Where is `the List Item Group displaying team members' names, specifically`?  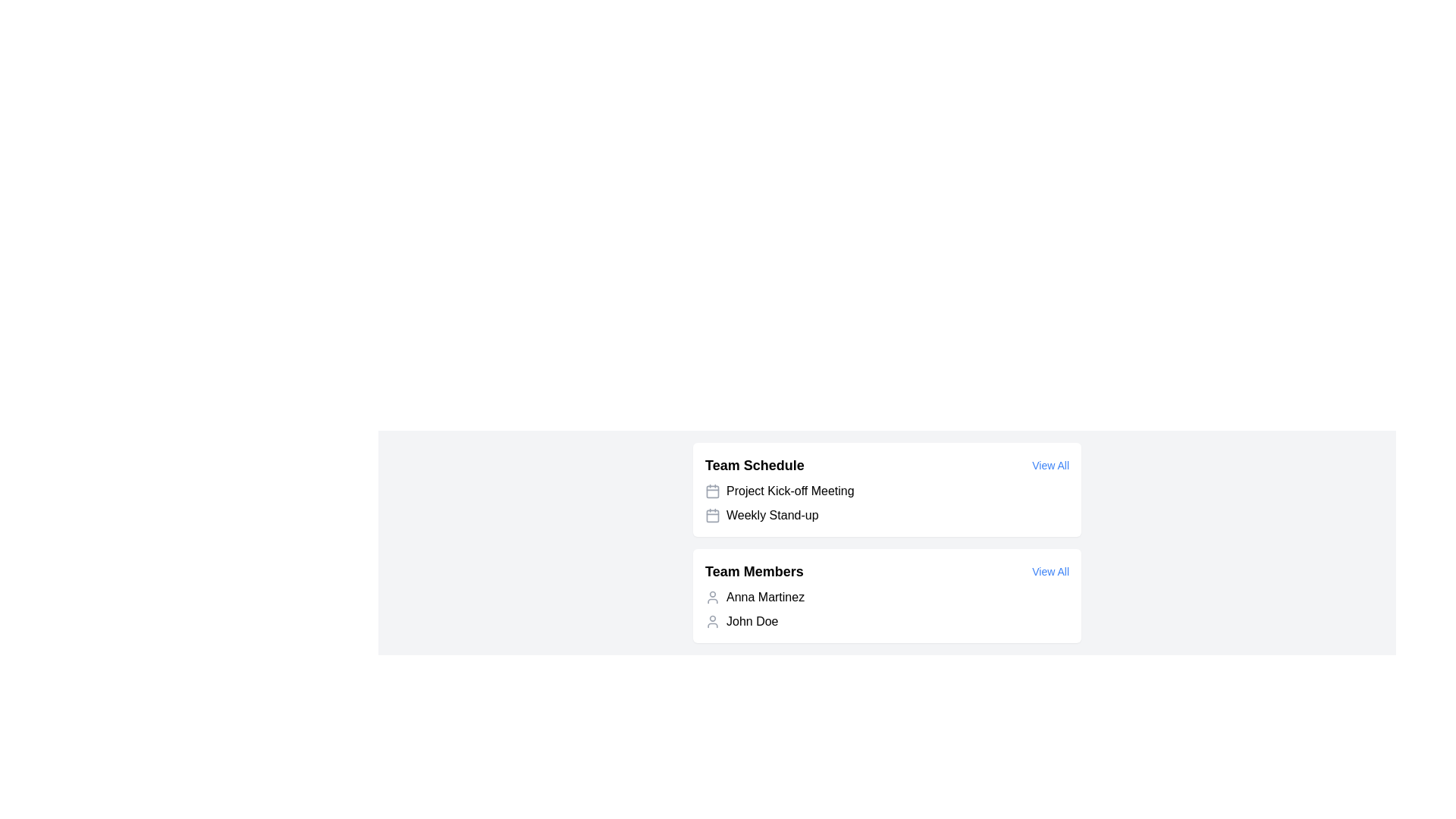 the List Item Group displaying team members' names, specifically is located at coordinates (887, 608).